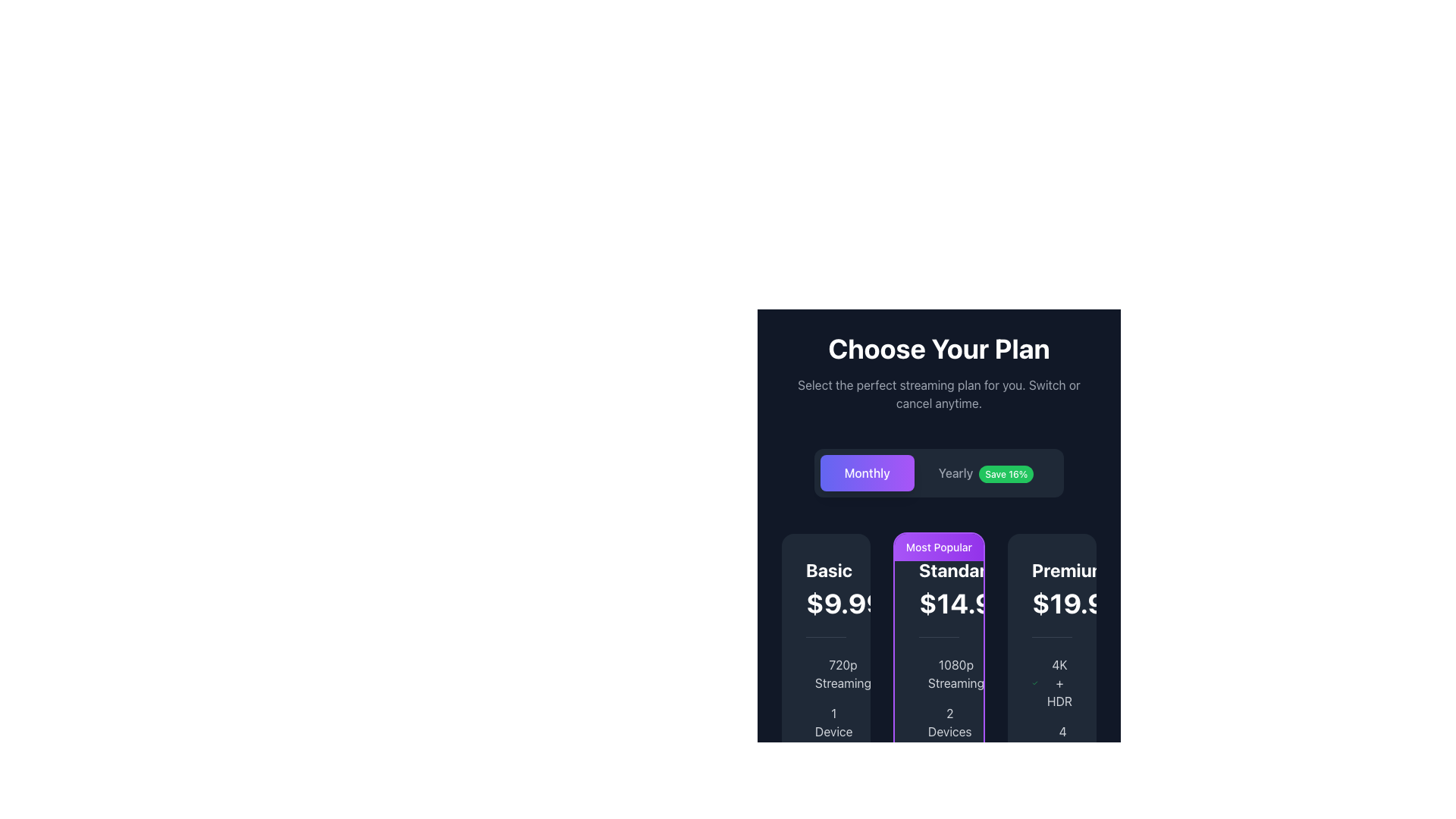 This screenshot has width=1456, height=819. Describe the element at coordinates (825, 570) in the screenshot. I see `text label that serves as the header for the specific plan type in the first pricing card of the 'Choose Your Plan' section` at that location.